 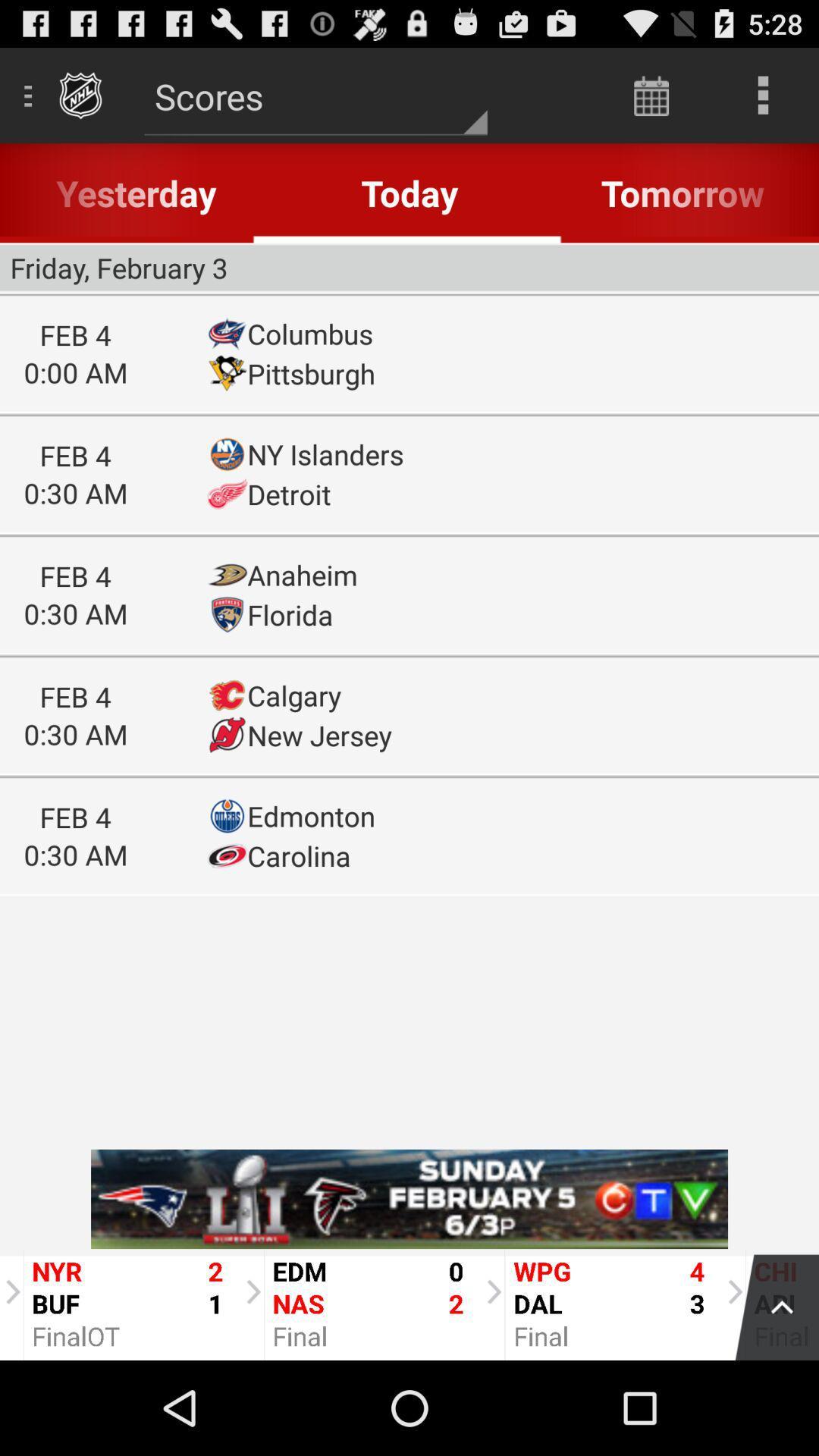 What do you see at coordinates (769, 1395) in the screenshot?
I see `the expand_less icon` at bounding box center [769, 1395].